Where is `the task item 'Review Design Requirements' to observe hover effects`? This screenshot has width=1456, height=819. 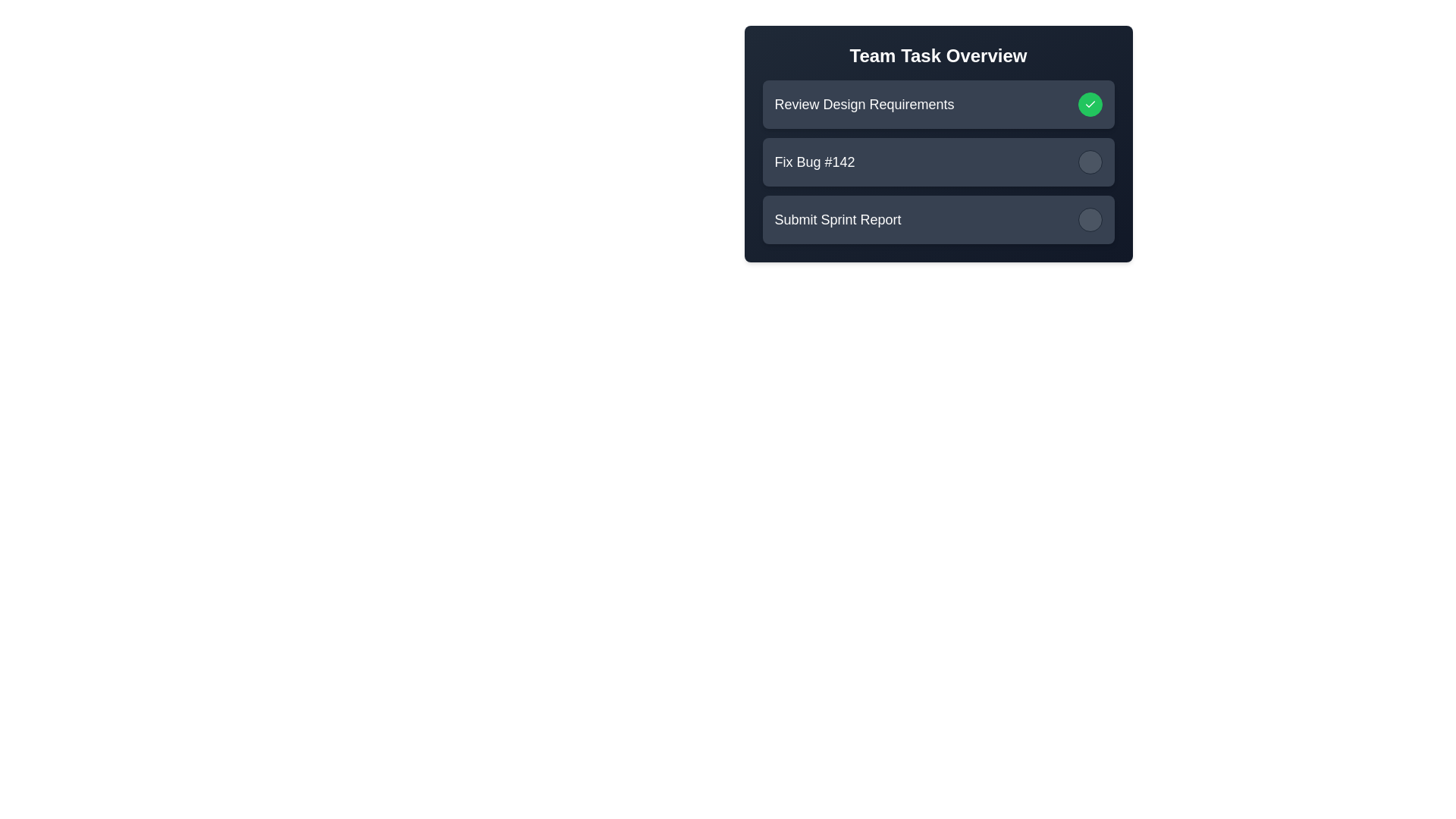
the task item 'Review Design Requirements' to observe hover effects is located at coordinates (937, 104).